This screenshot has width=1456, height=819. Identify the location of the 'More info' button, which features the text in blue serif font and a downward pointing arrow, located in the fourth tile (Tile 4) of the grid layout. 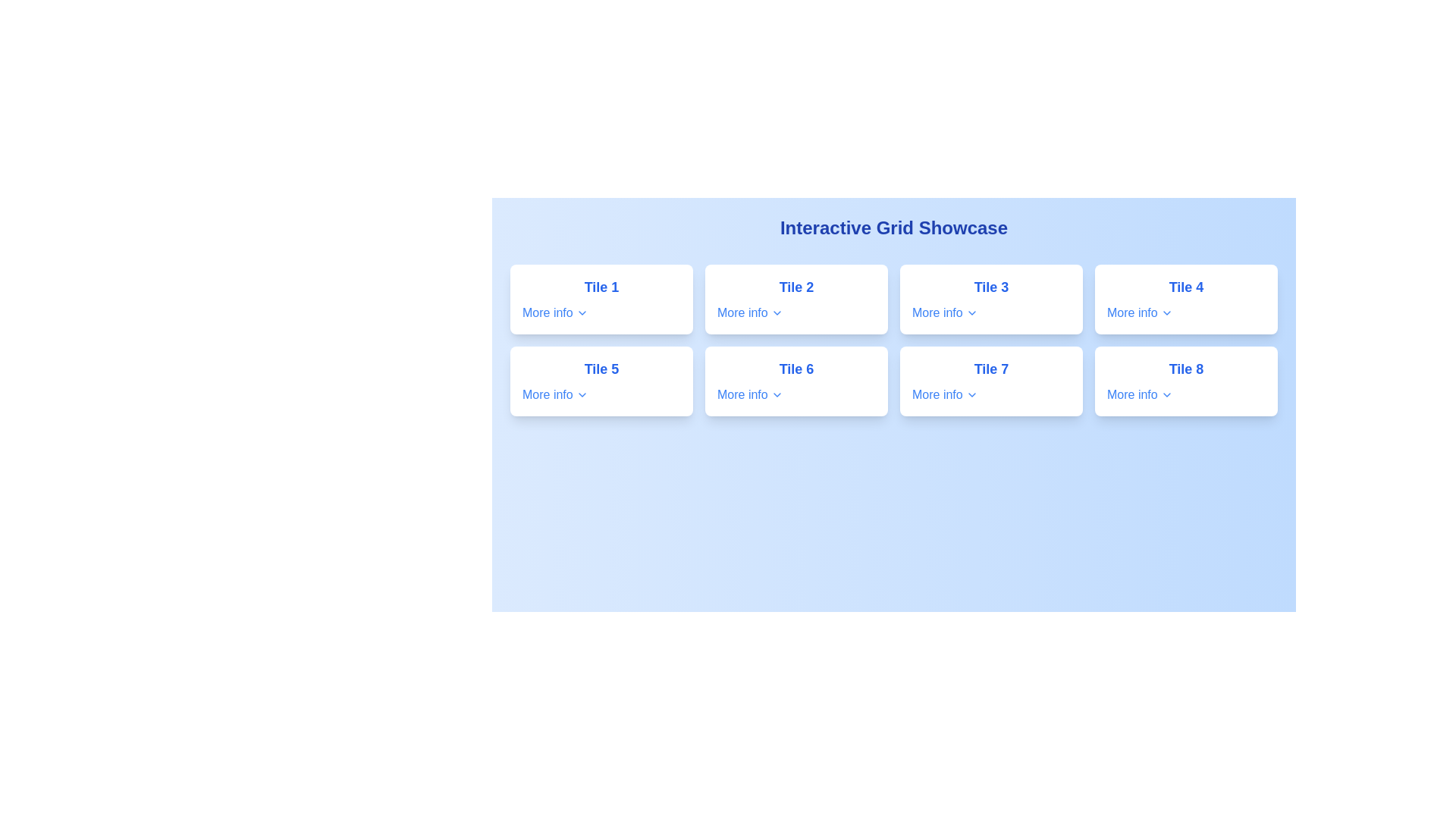
(1140, 312).